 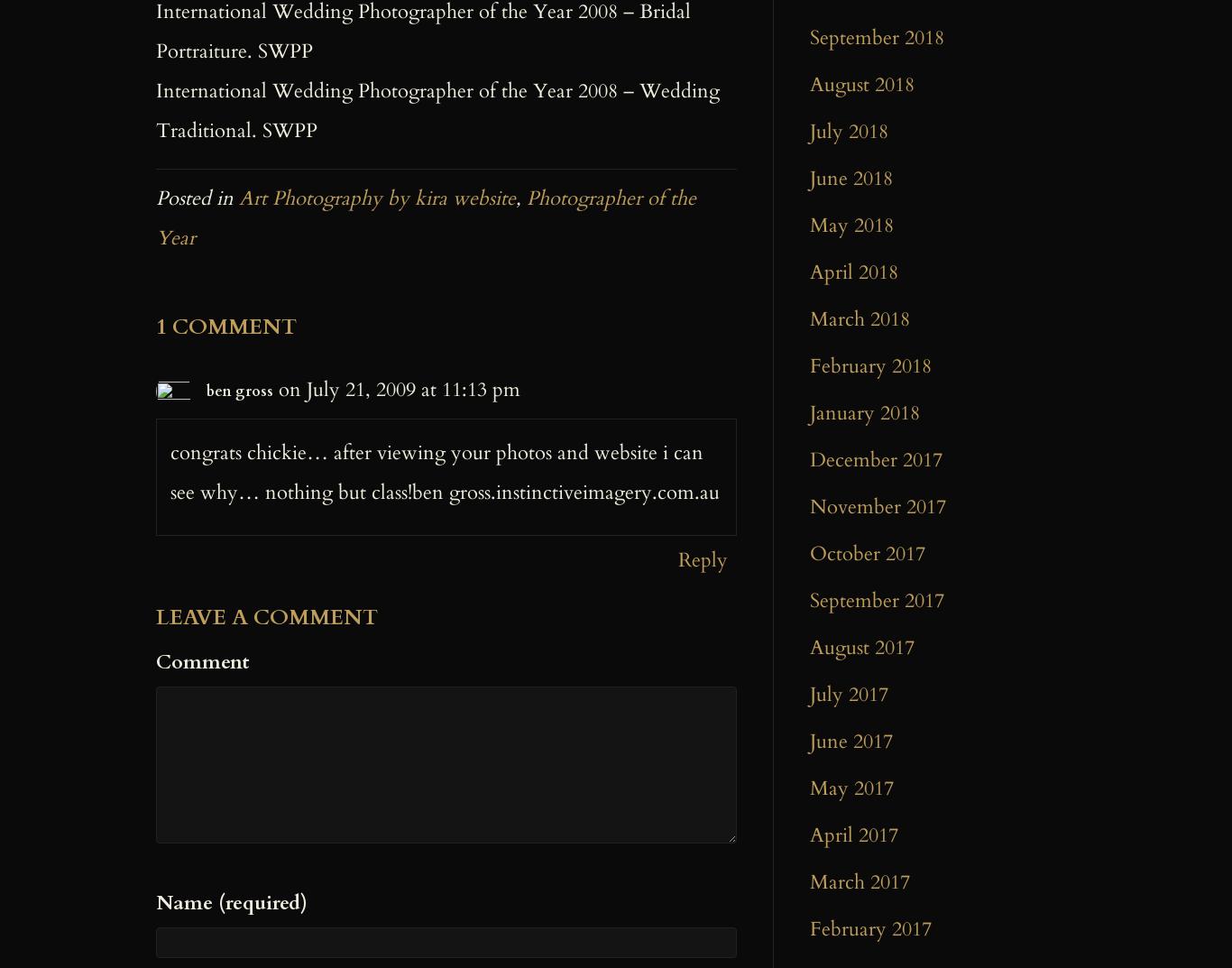 What do you see at coordinates (437, 109) in the screenshot?
I see `'International Wedding Photographer of the Year 2008 – Wedding Traditional. SWPP'` at bounding box center [437, 109].